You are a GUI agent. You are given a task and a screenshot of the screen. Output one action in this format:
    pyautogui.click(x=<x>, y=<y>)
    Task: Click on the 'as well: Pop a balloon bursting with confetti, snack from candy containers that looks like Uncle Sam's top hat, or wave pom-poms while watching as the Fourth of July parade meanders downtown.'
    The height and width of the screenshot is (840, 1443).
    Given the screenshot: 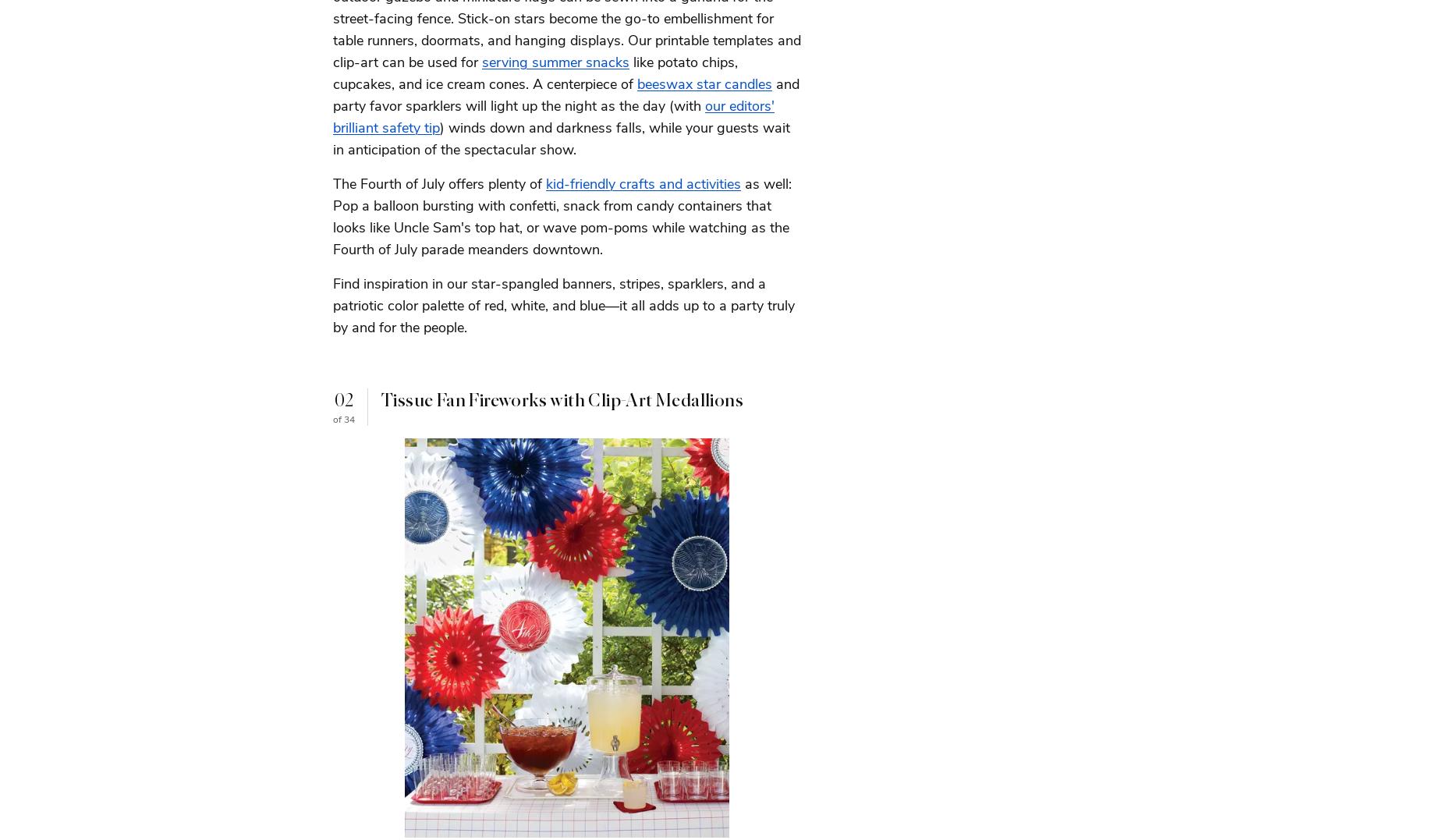 What is the action you would take?
    pyautogui.click(x=562, y=215)
    